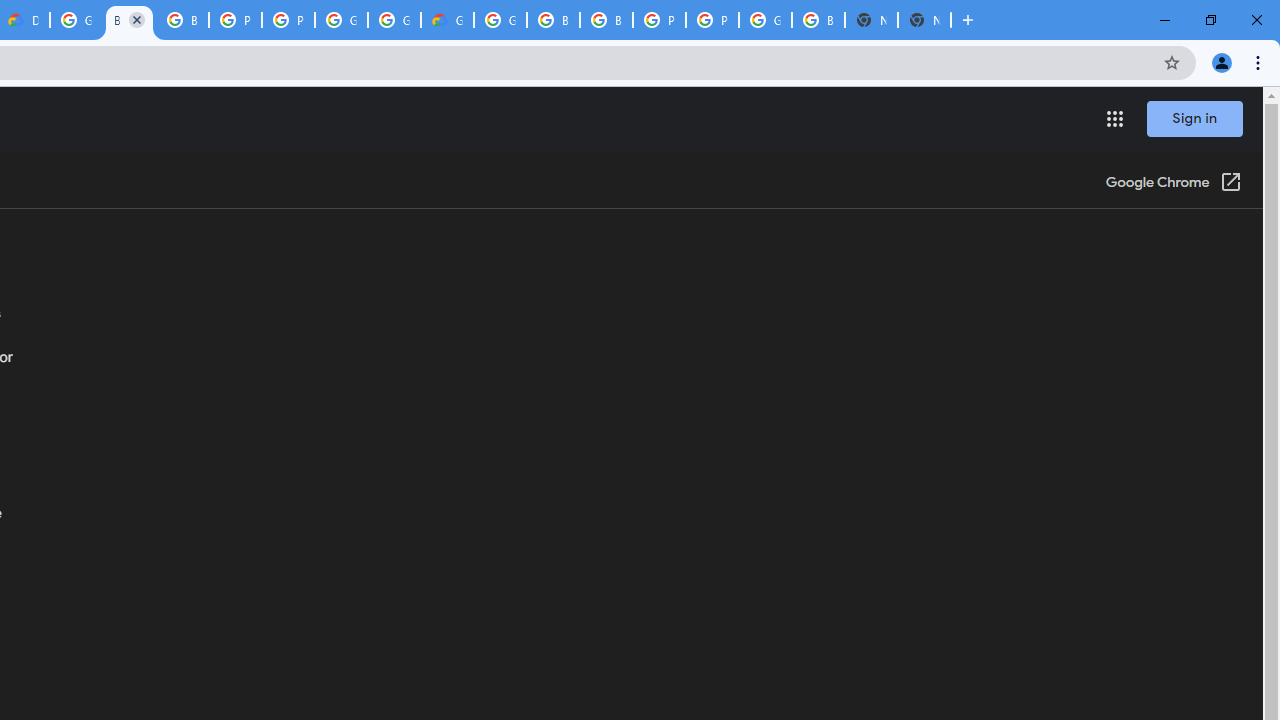  I want to click on 'Browse Chrome as a guest - Computer - Google Chrome Help', so click(128, 20).